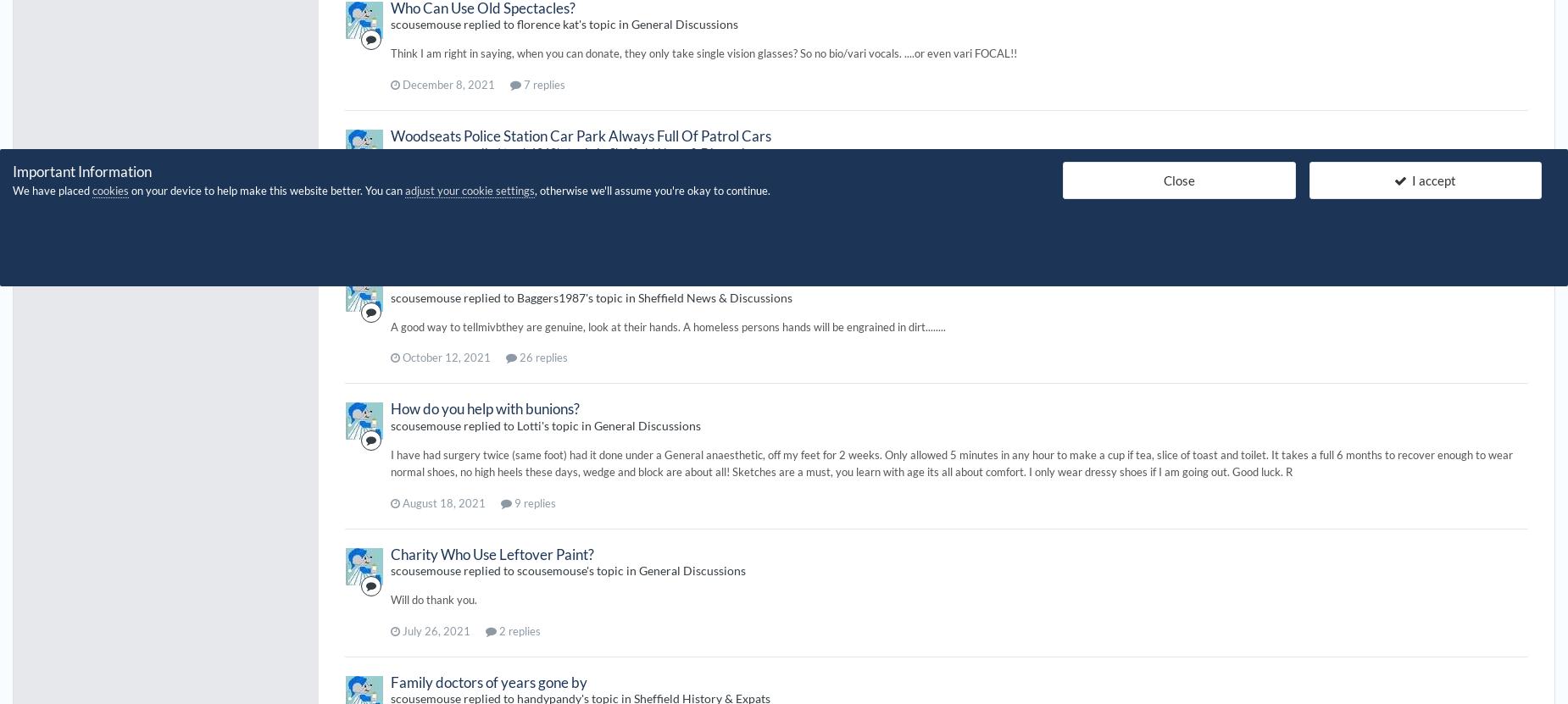 The image size is (1568, 704). Describe the element at coordinates (548, 24) in the screenshot. I see `'florence kat'` at that location.